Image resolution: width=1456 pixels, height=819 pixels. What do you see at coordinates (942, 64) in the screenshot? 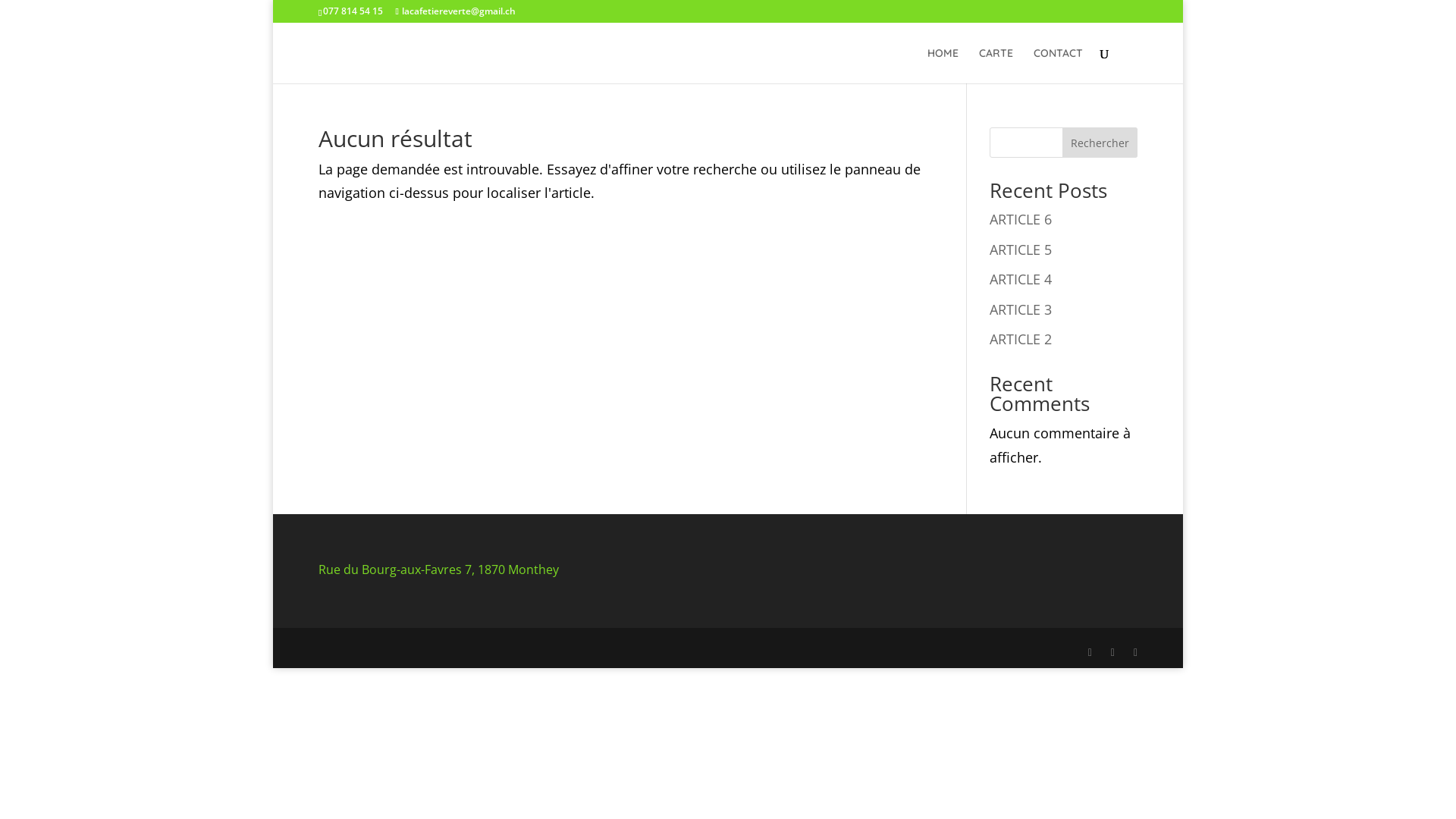
I see `'HOME'` at bounding box center [942, 64].